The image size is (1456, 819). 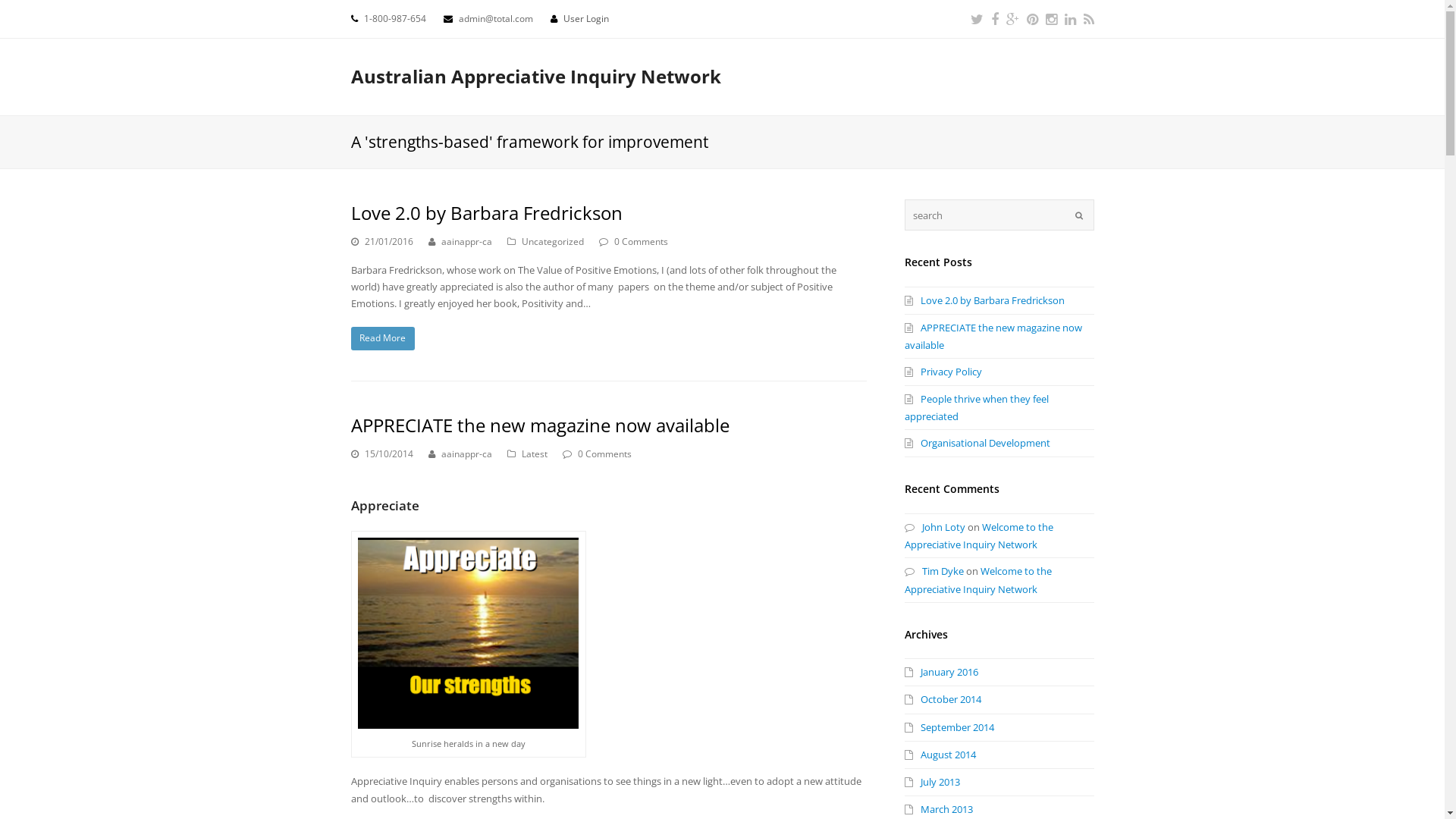 What do you see at coordinates (942, 371) in the screenshot?
I see `'Privacy Policy'` at bounding box center [942, 371].